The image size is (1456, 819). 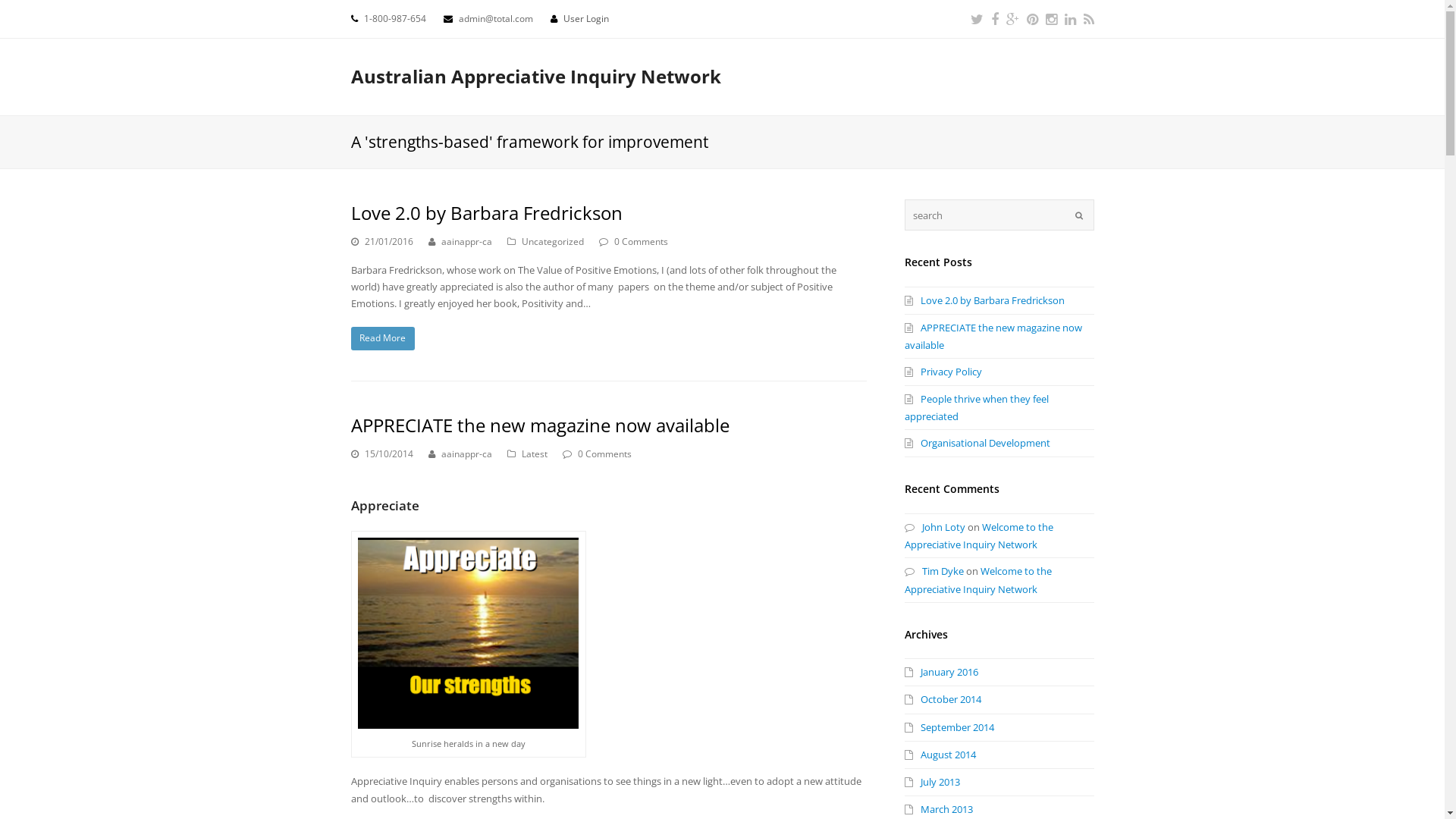 What do you see at coordinates (942, 371) in the screenshot?
I see `'Privacy Policy'` at bounding box center [942, 371].